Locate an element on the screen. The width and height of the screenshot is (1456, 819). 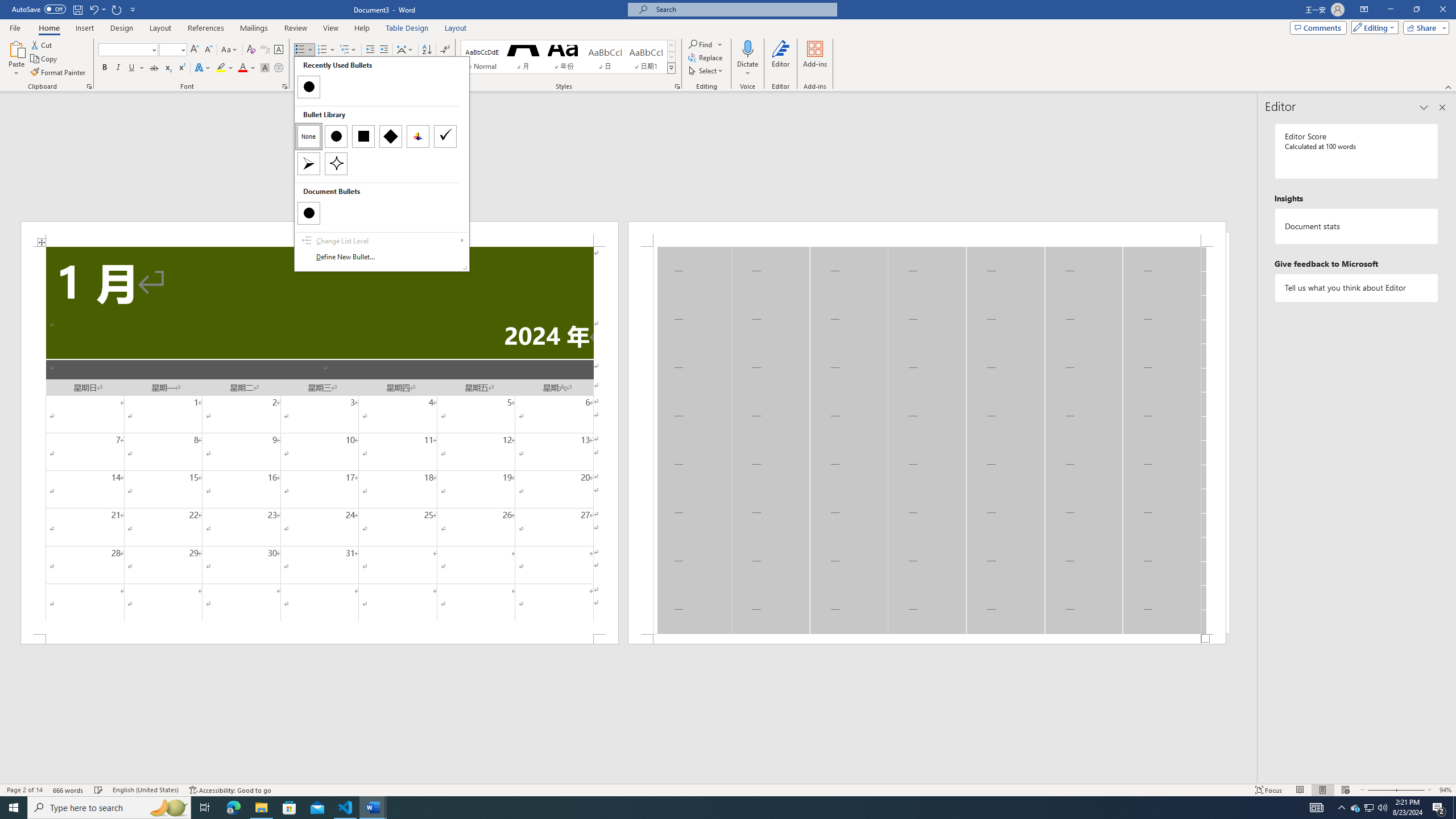
'Language English (United States)' is located at coordinates (146, 790).